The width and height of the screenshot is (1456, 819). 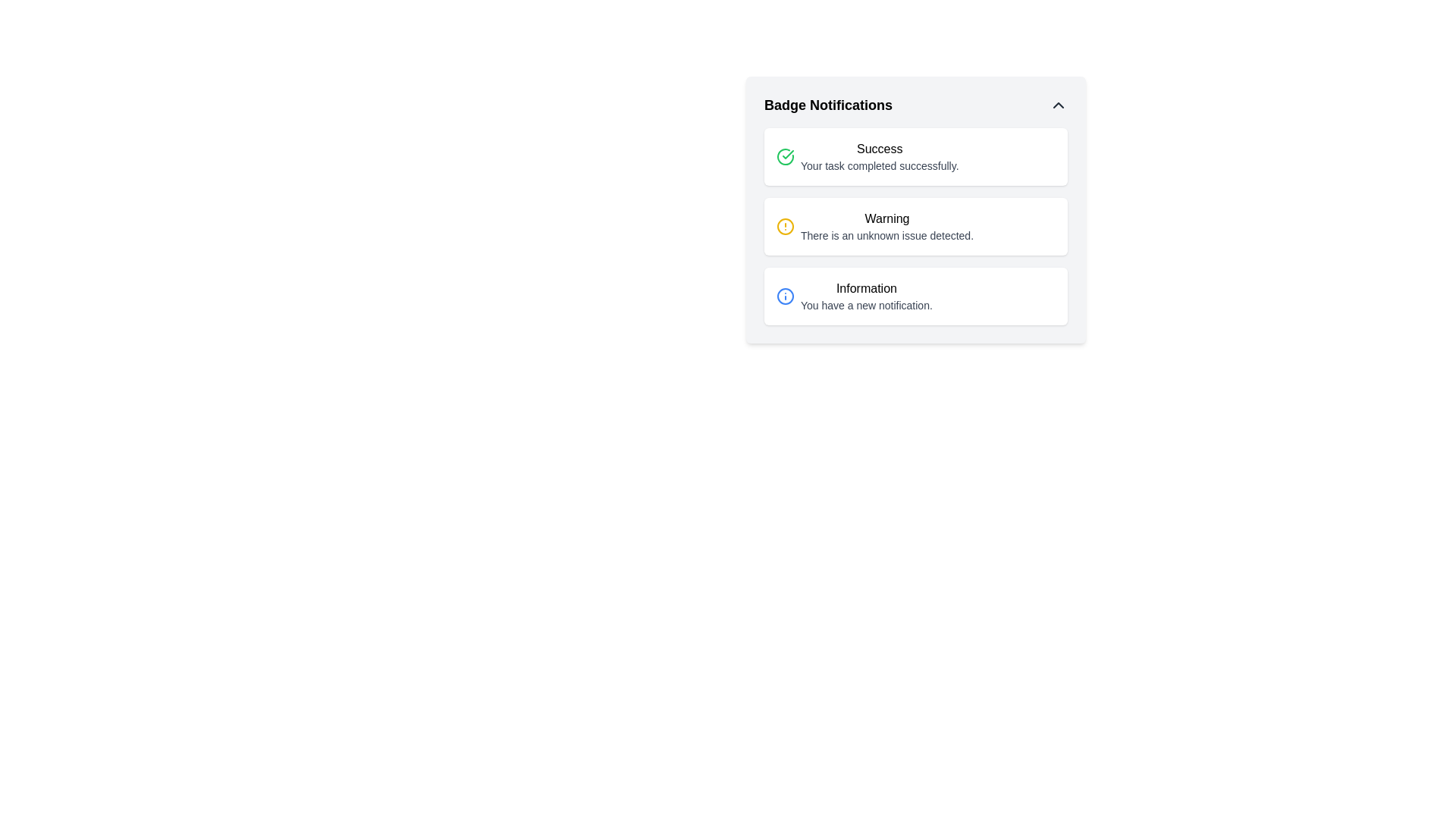 I want to click on the text label that reads 'There is an unknown issue detected.' located below the 'Warning' header in the second message box of the notification list, so click(x=887, y=236).